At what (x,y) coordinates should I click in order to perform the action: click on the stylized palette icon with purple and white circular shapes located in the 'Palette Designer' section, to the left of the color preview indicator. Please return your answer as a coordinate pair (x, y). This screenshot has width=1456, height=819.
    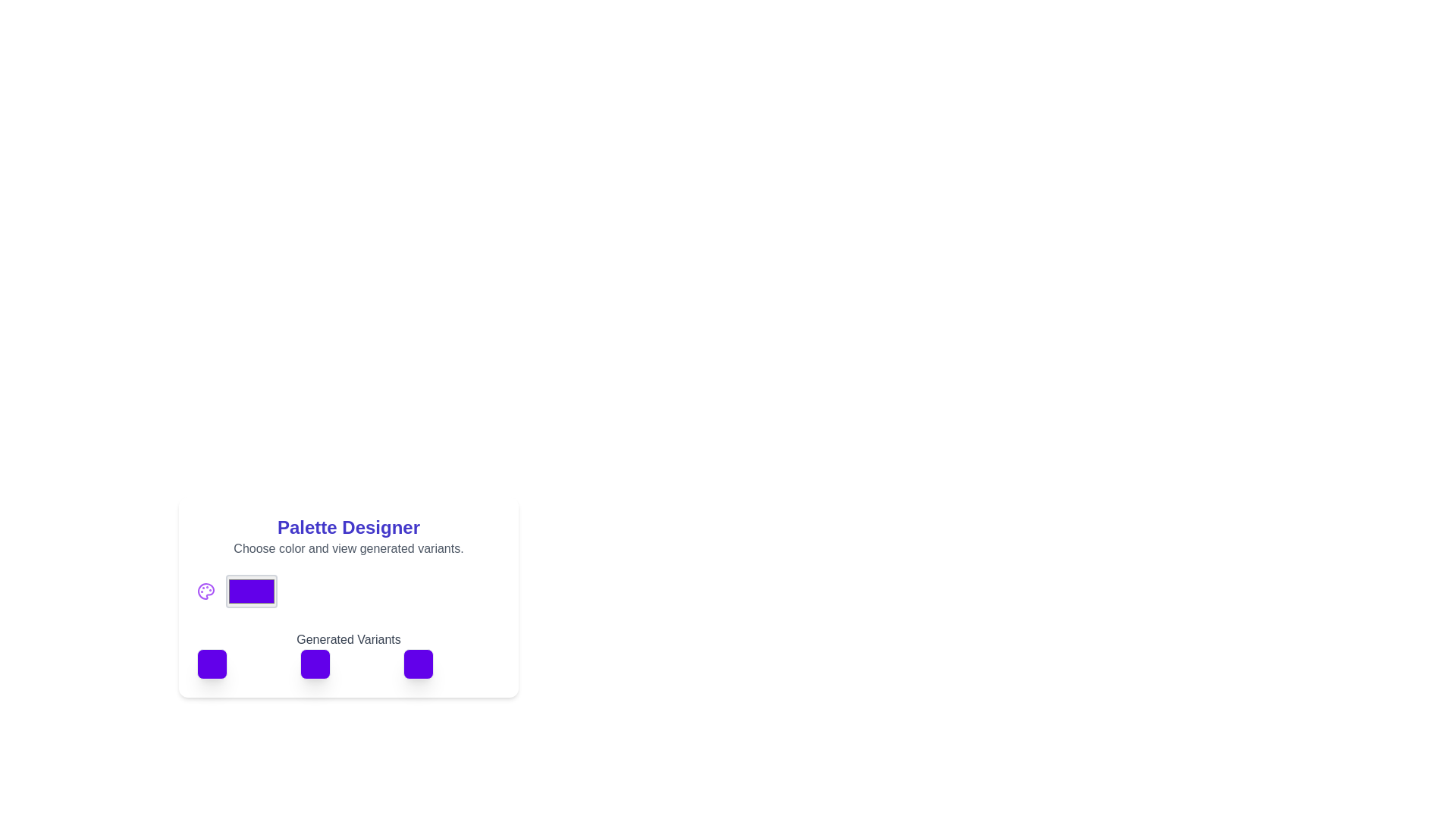
    Looking at the image, I should click on (206, 590).